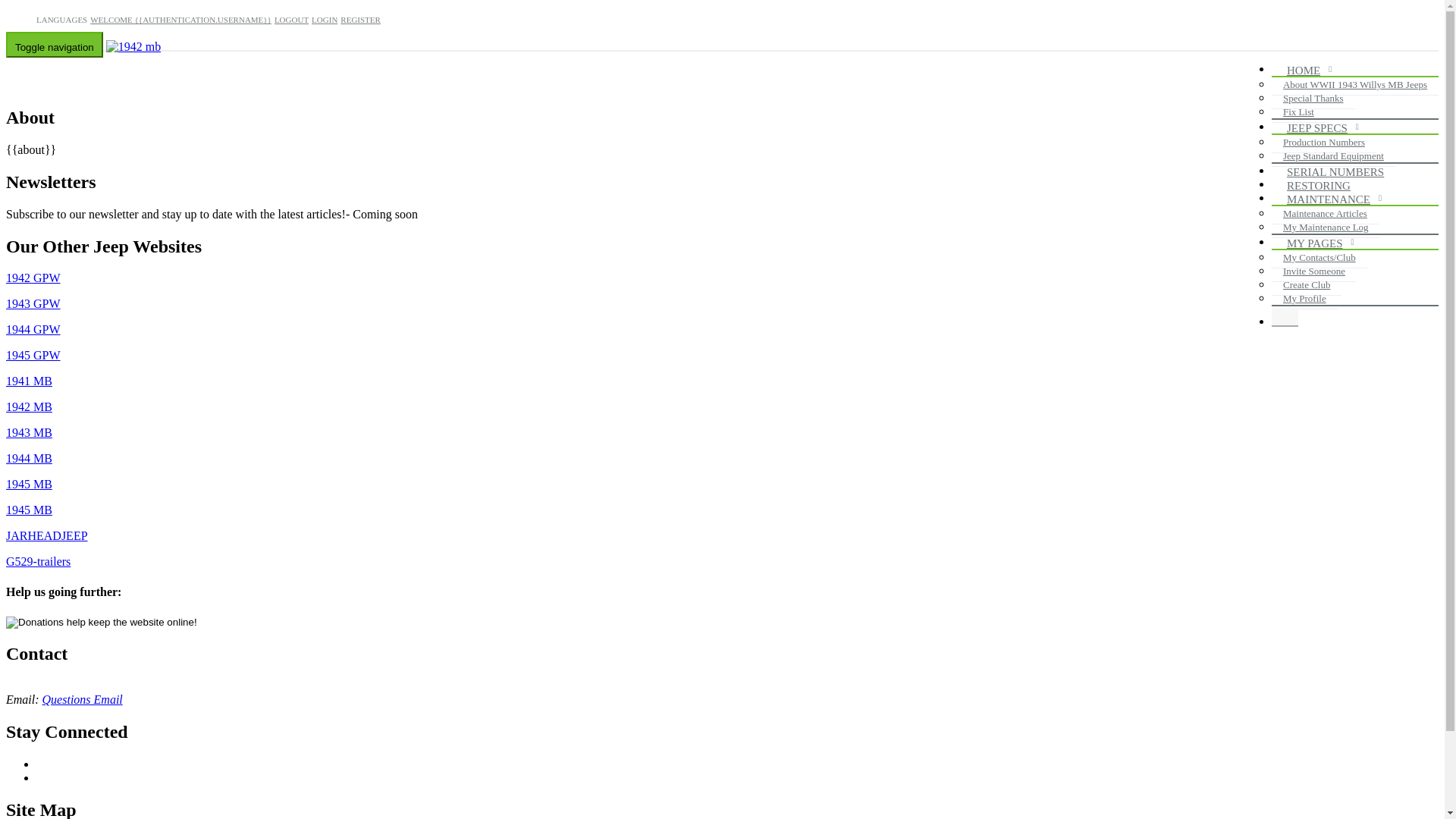  I want to click on 'JARHEADJEEP', so click(6, 535).